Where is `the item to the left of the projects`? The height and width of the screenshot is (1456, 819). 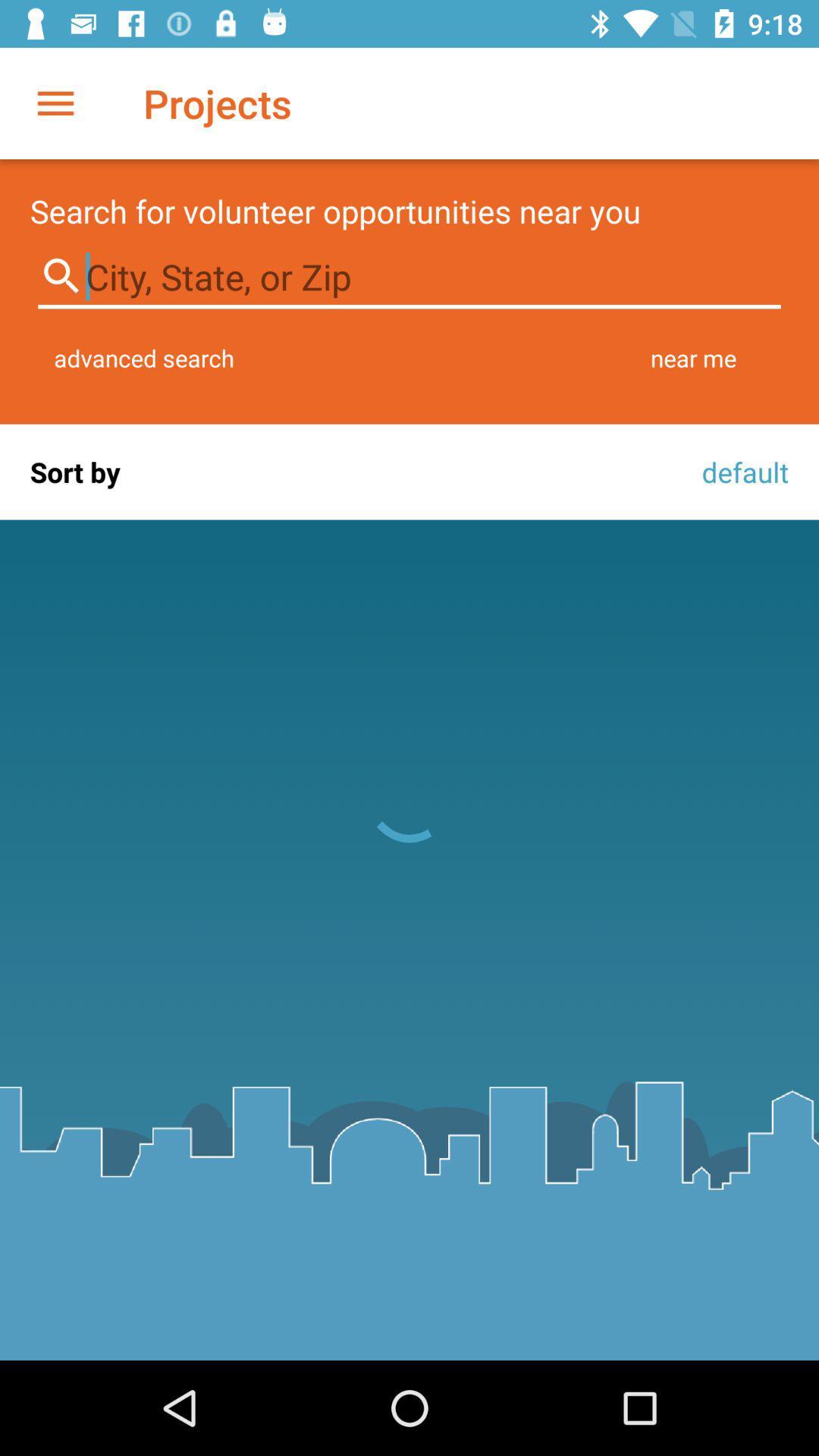
the item to the left of the projects is located at coordinates (55, 102).